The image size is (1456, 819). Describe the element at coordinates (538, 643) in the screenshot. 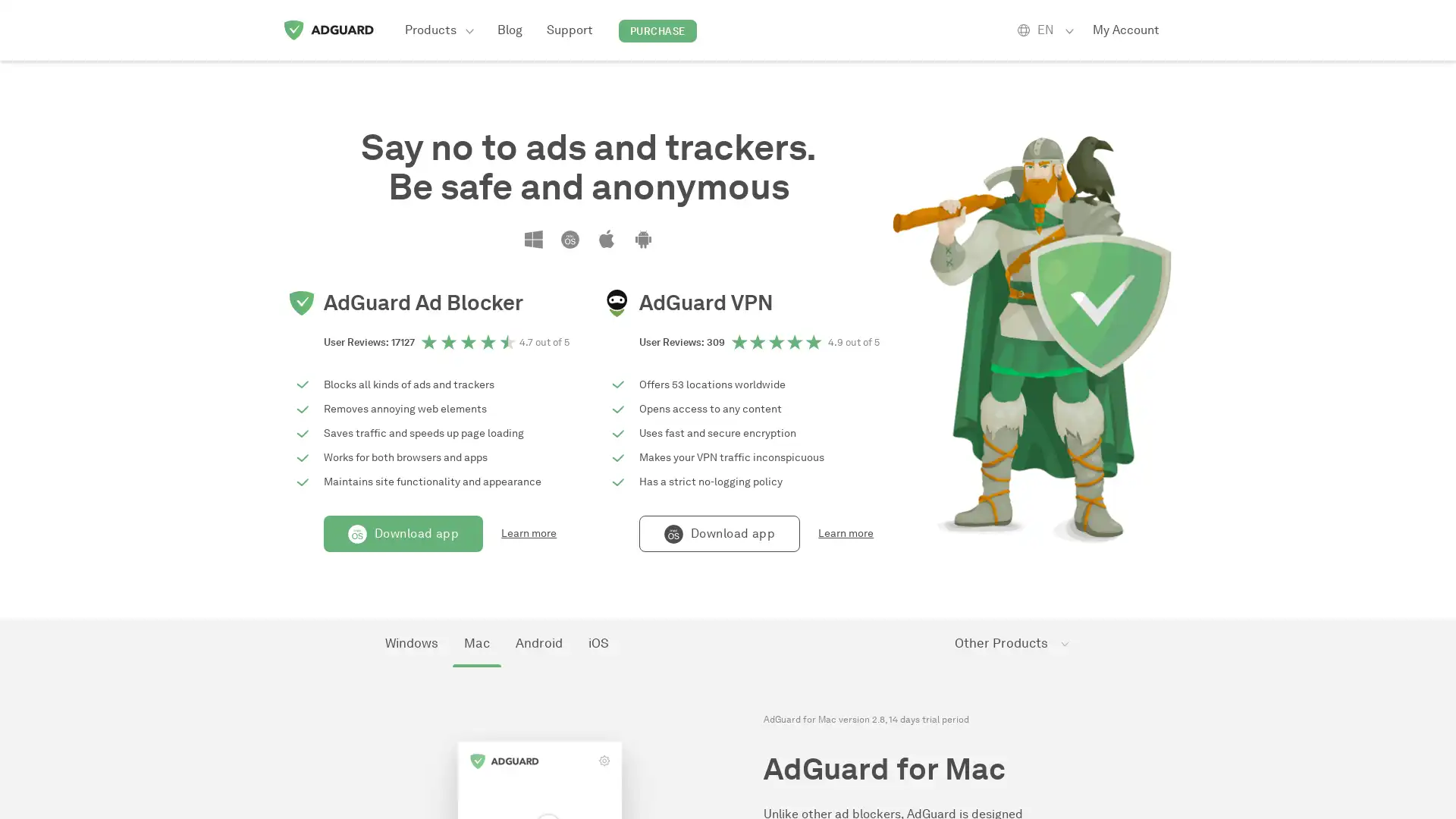

I see `Android` at that location.